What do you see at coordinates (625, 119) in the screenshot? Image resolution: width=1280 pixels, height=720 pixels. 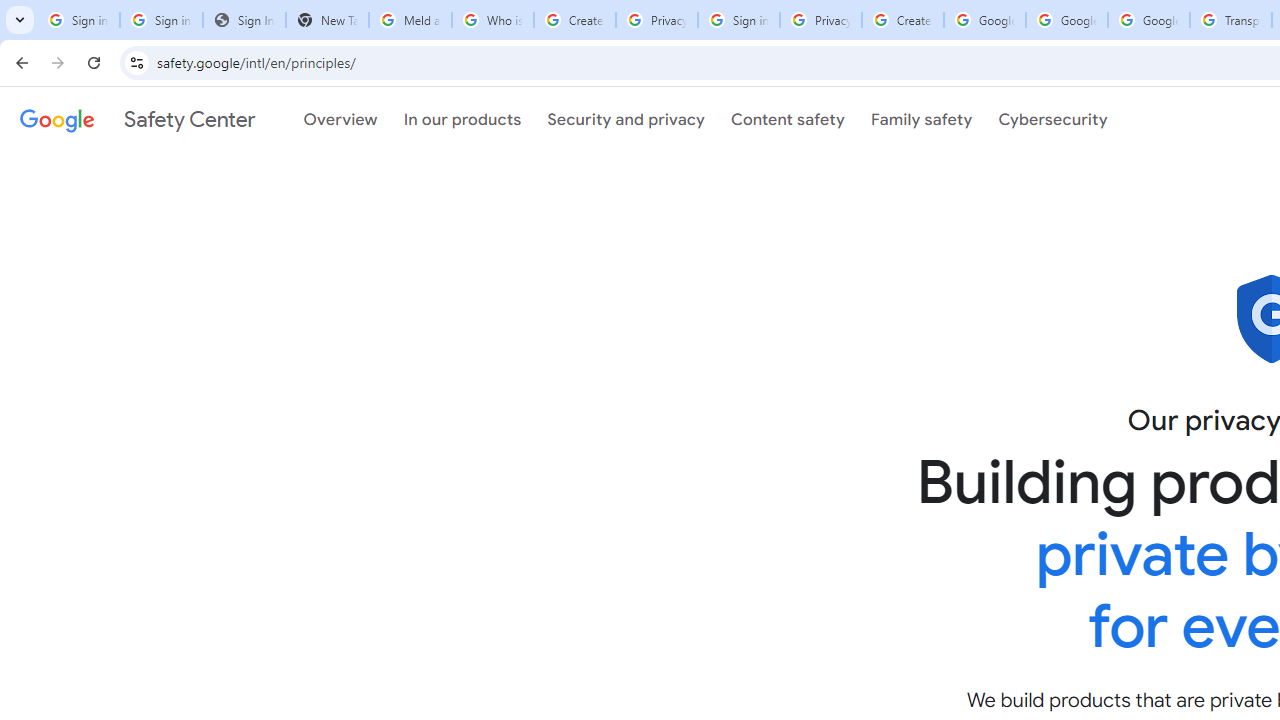 I see `'Security and privacy'` at bounding box center [625, 119].